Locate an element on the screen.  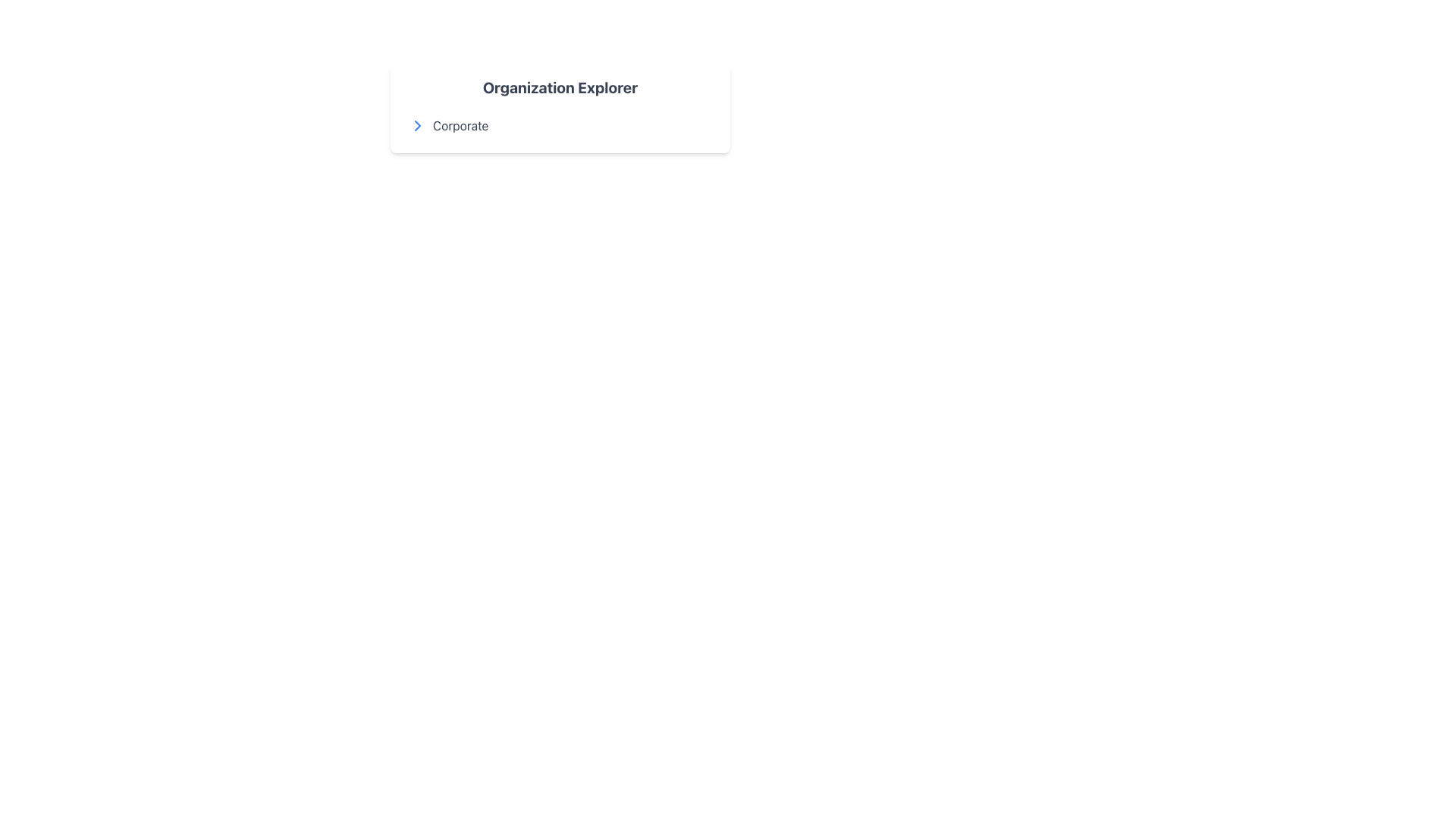
the blue right arrow icon located in the 'Organization Explorer' section is located at coordinates (418, 124).